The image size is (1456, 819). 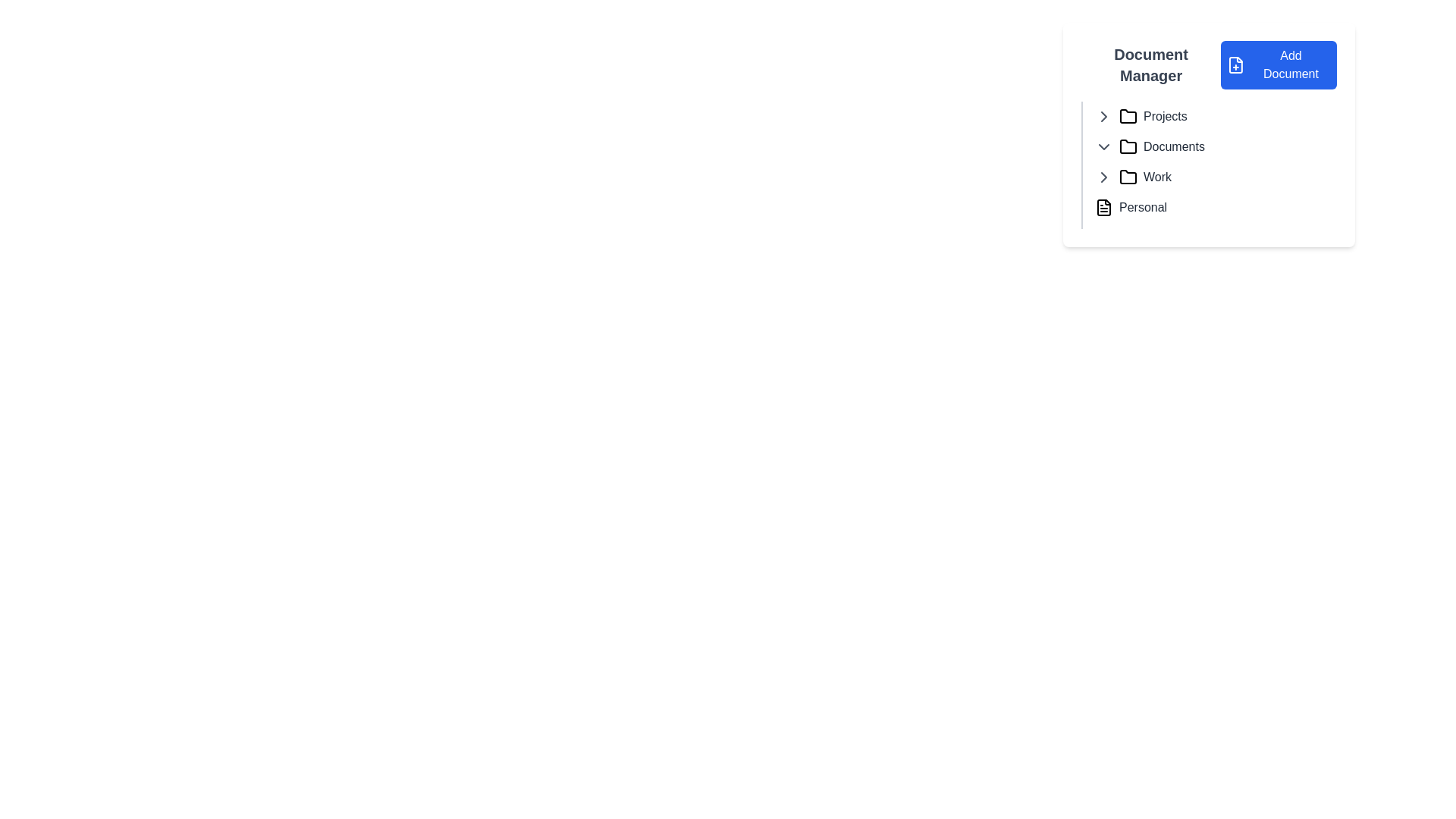 I want to click on the icon representing the 'Work' folder in the Document Manager interface, so click(x=1128, y=175).